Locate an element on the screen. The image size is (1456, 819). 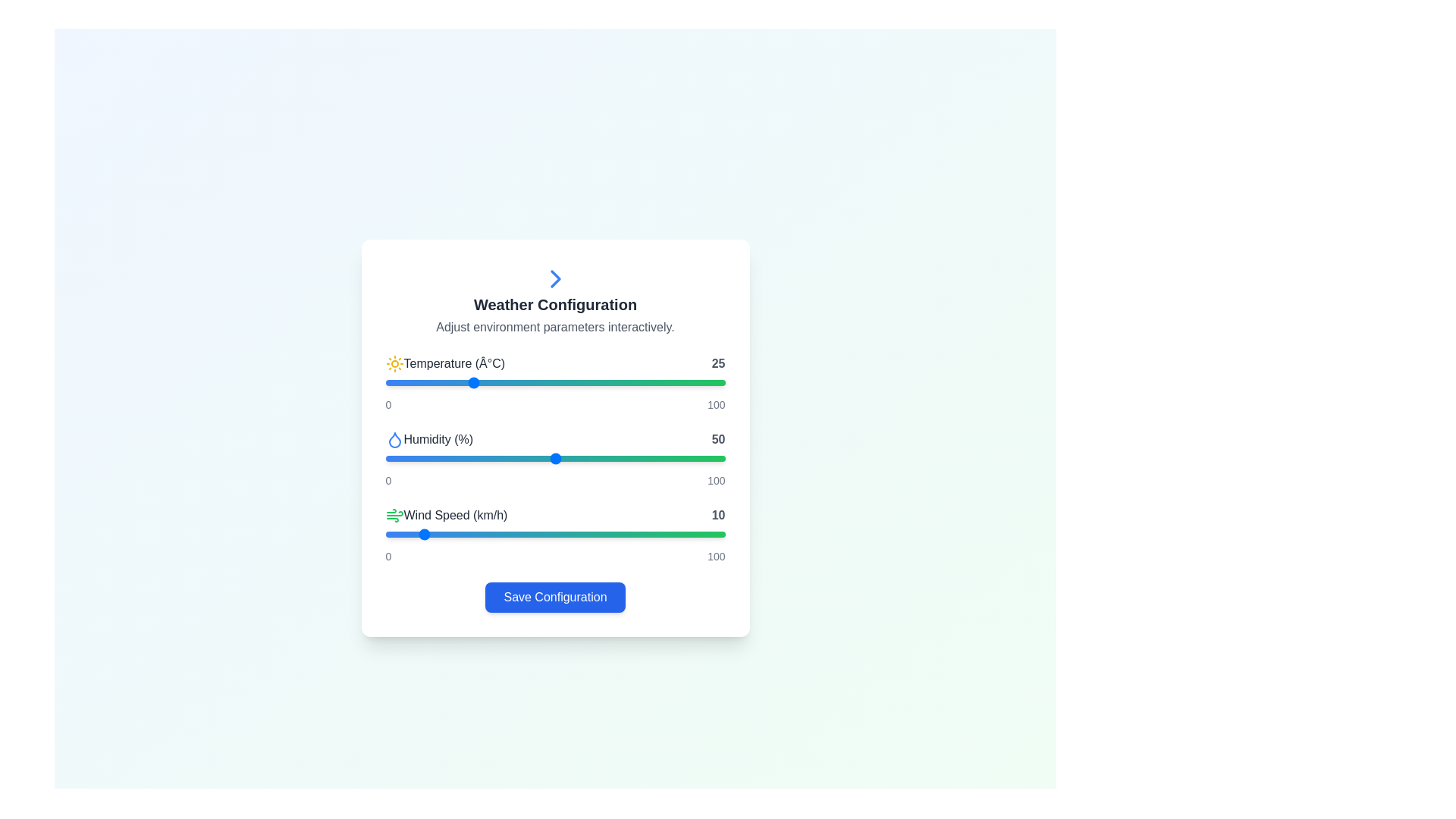
the decorative wind icon representing 'Wind Speed (km/h)' in the Weather Configuration card is located at coordinates (394, 514).